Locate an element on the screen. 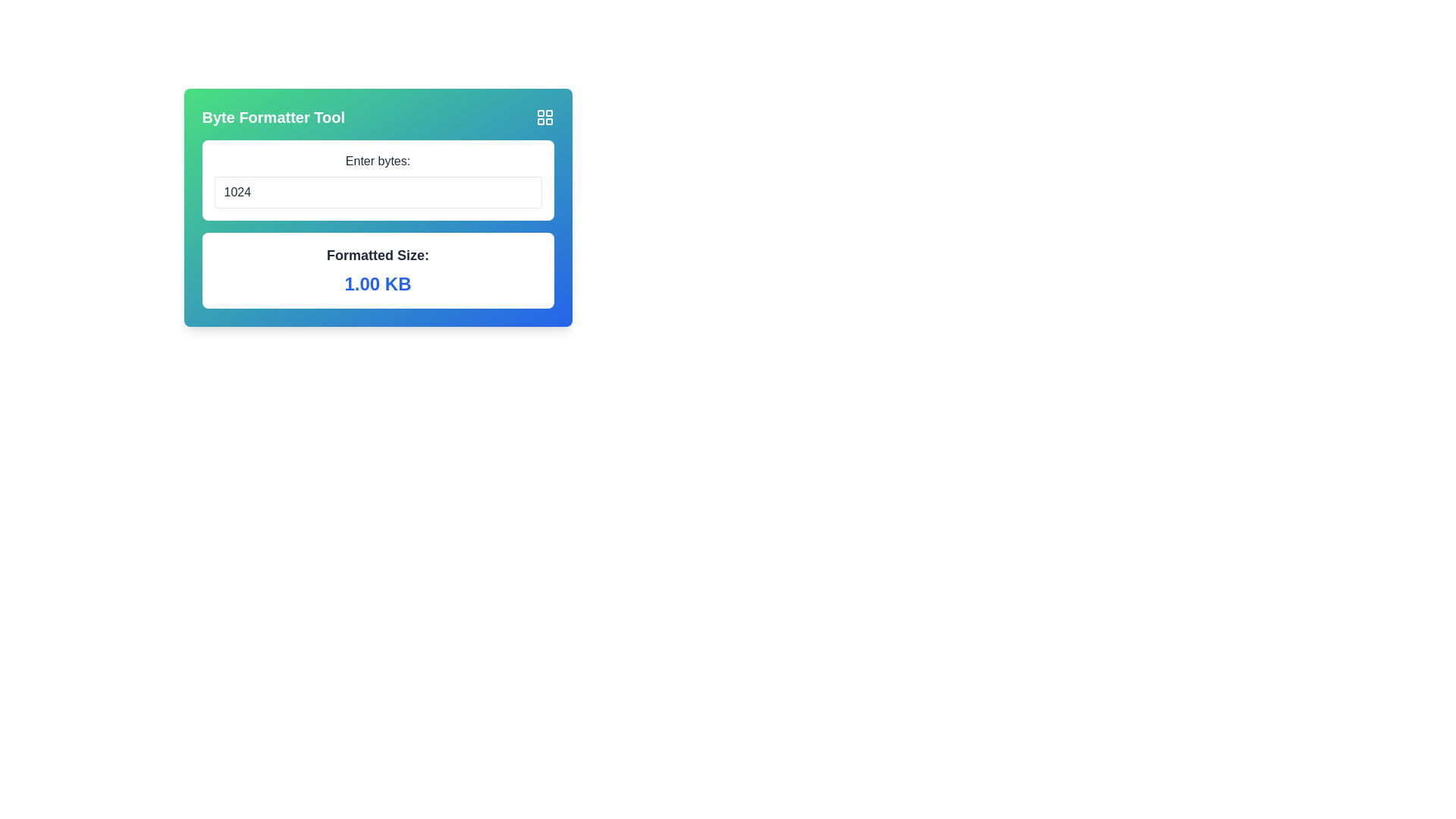 Image resolution: width=1456 pixels, height=819 pixels. the text within the input field of the 'Byte Formatter Tool' composite element, which consists of a label and an input field for numeric values is located at coordinates (378, 180).